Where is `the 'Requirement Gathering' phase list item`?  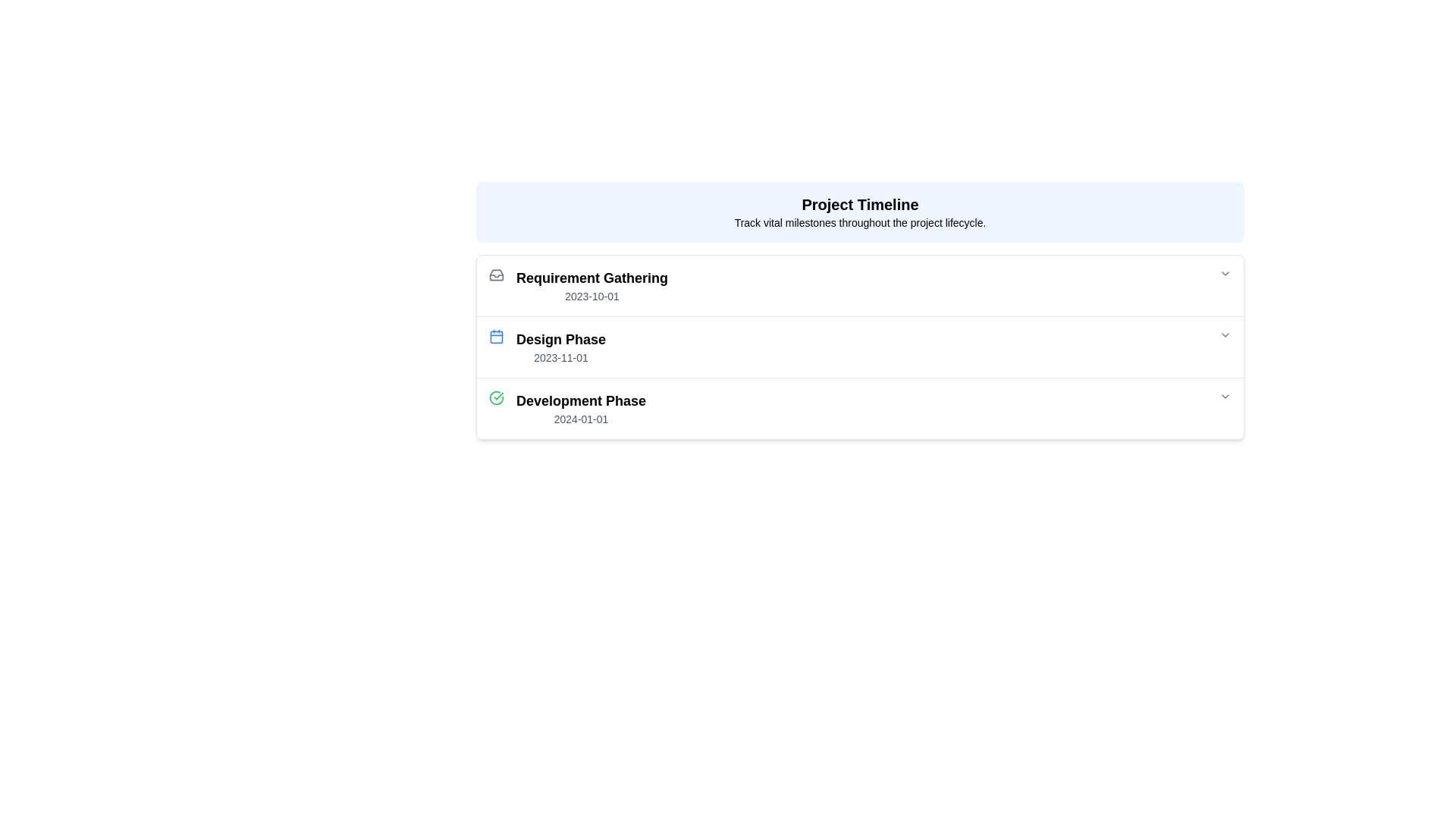
the 'Requirement Gathering' phase list item is located at coordinates (860, 286).